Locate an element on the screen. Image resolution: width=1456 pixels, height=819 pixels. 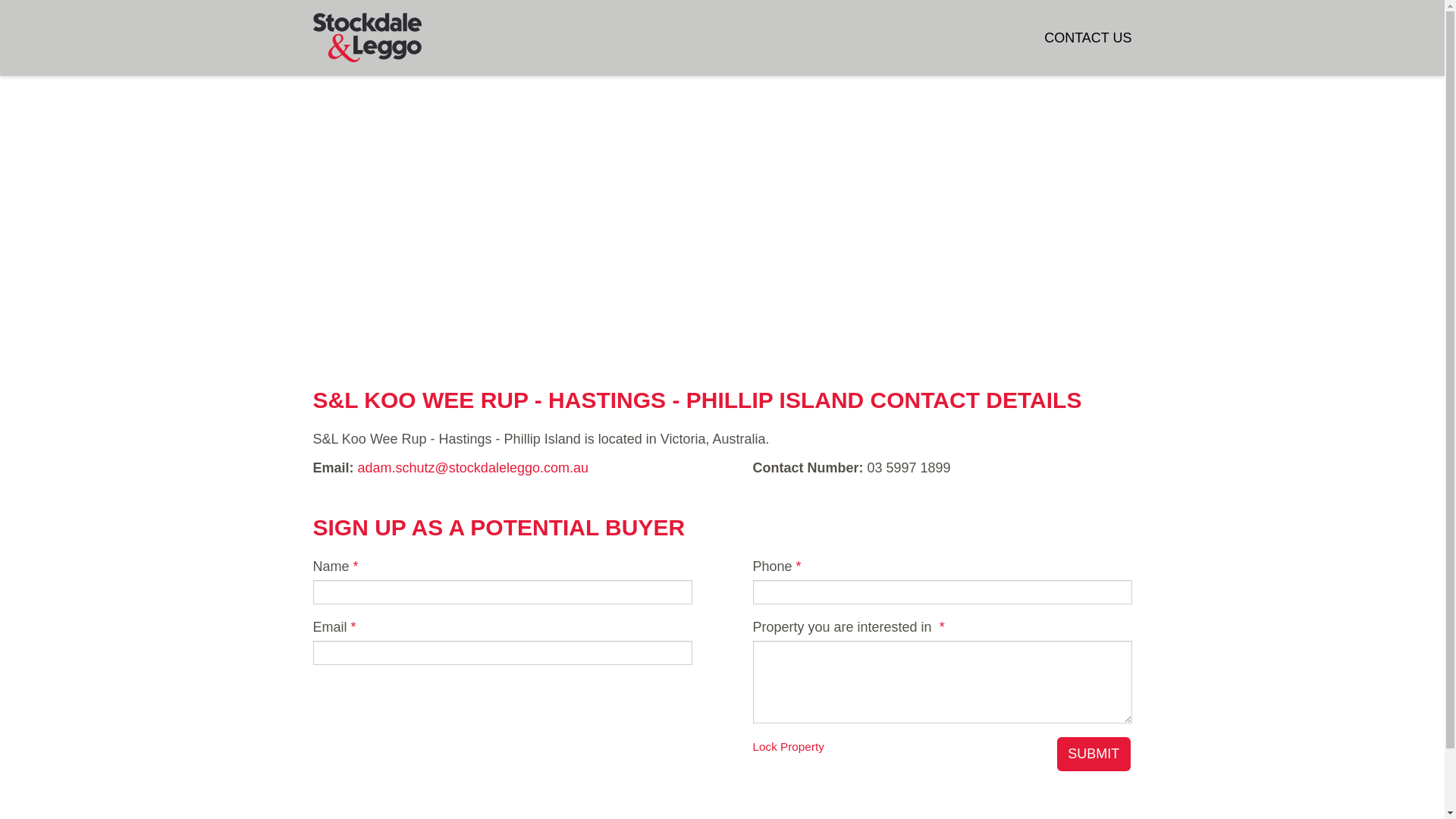
'Submit' is located at coordinates (1094, 755).